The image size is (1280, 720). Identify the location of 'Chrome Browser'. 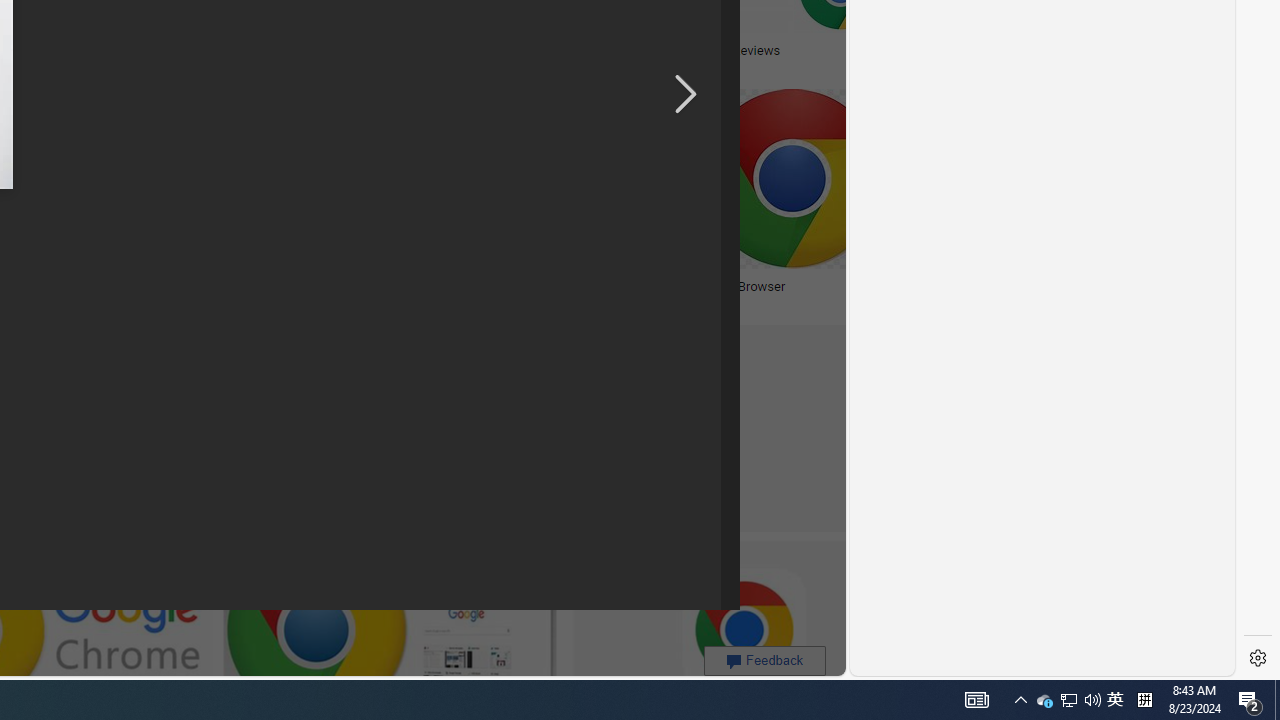
(736, 286).